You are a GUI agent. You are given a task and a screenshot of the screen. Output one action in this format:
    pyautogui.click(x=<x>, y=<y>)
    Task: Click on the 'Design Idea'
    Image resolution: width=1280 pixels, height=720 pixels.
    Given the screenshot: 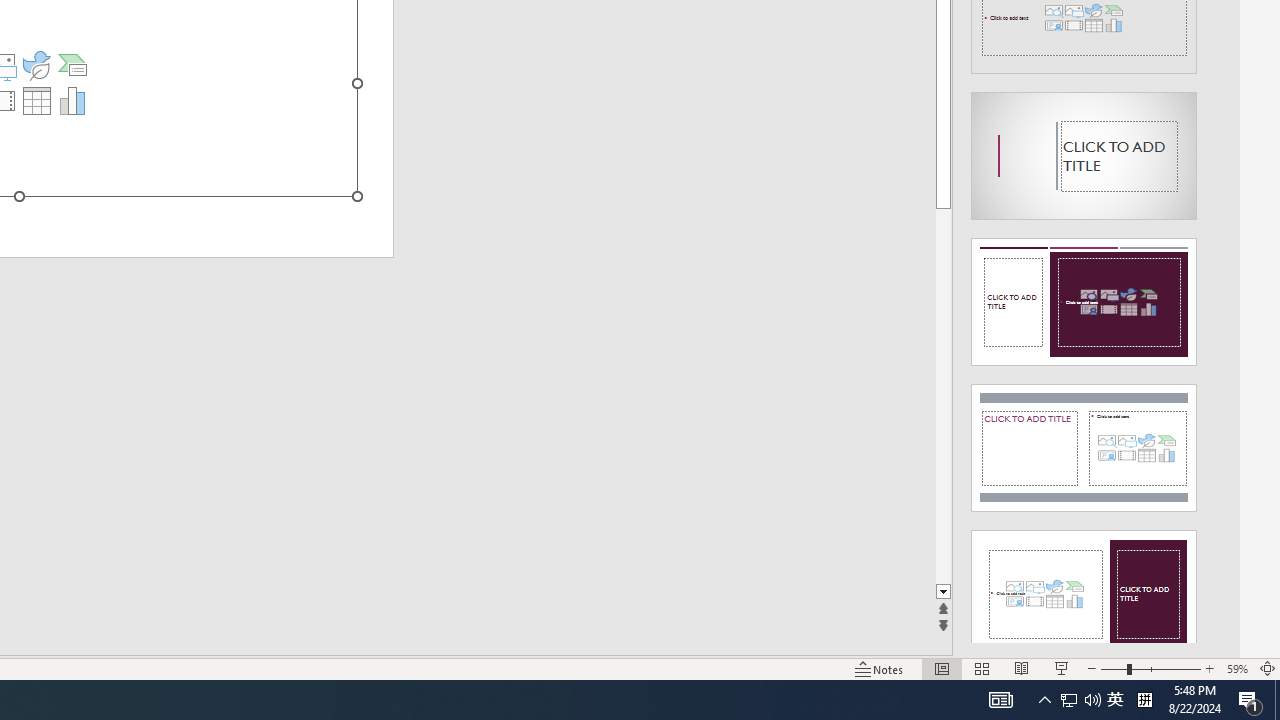 What is the action you would take?
    pyautogui.click(x=1083, y=586)
    